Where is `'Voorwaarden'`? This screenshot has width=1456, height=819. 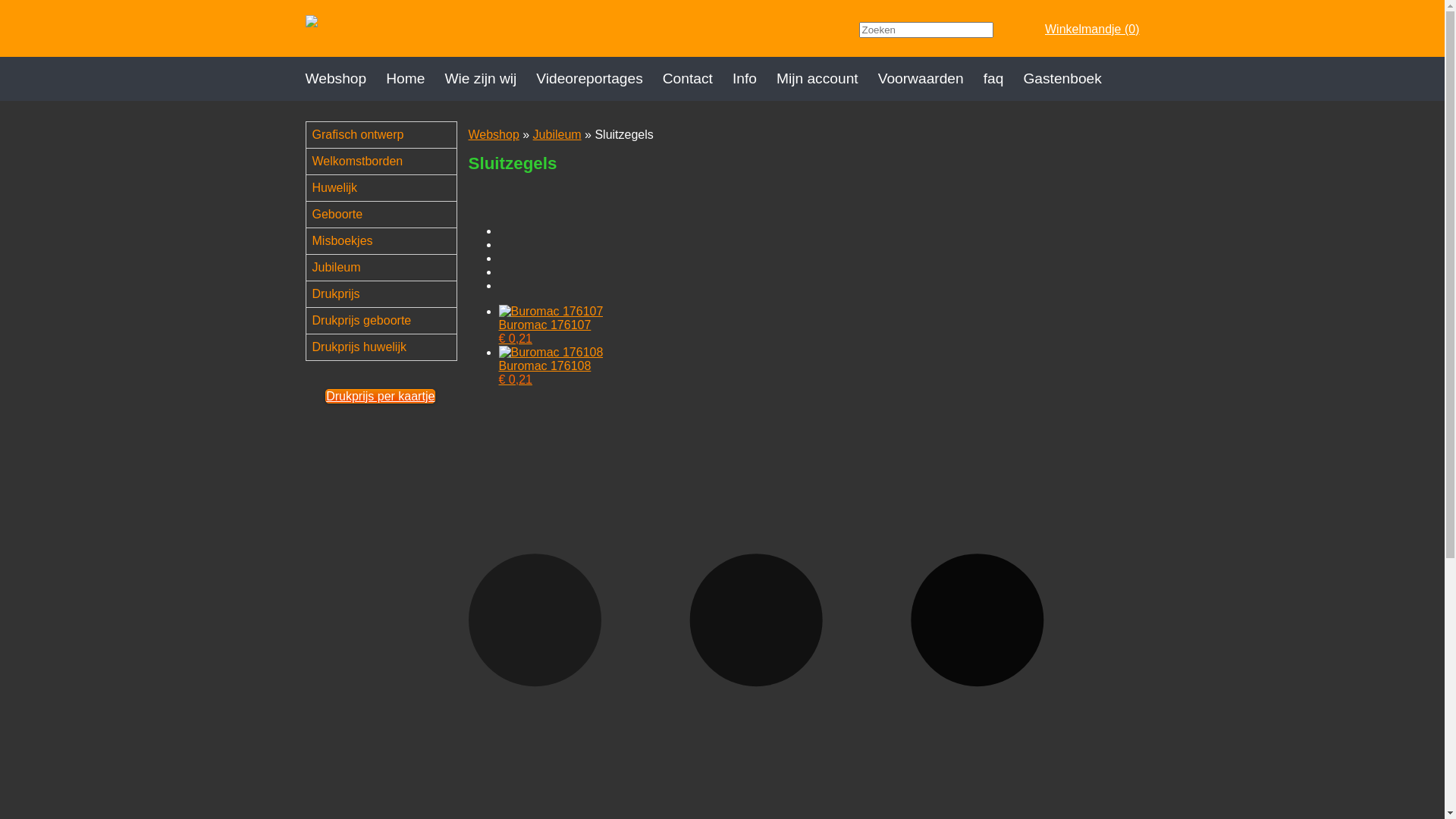 'Voorwaarden' is located at coordinates (930, 79).